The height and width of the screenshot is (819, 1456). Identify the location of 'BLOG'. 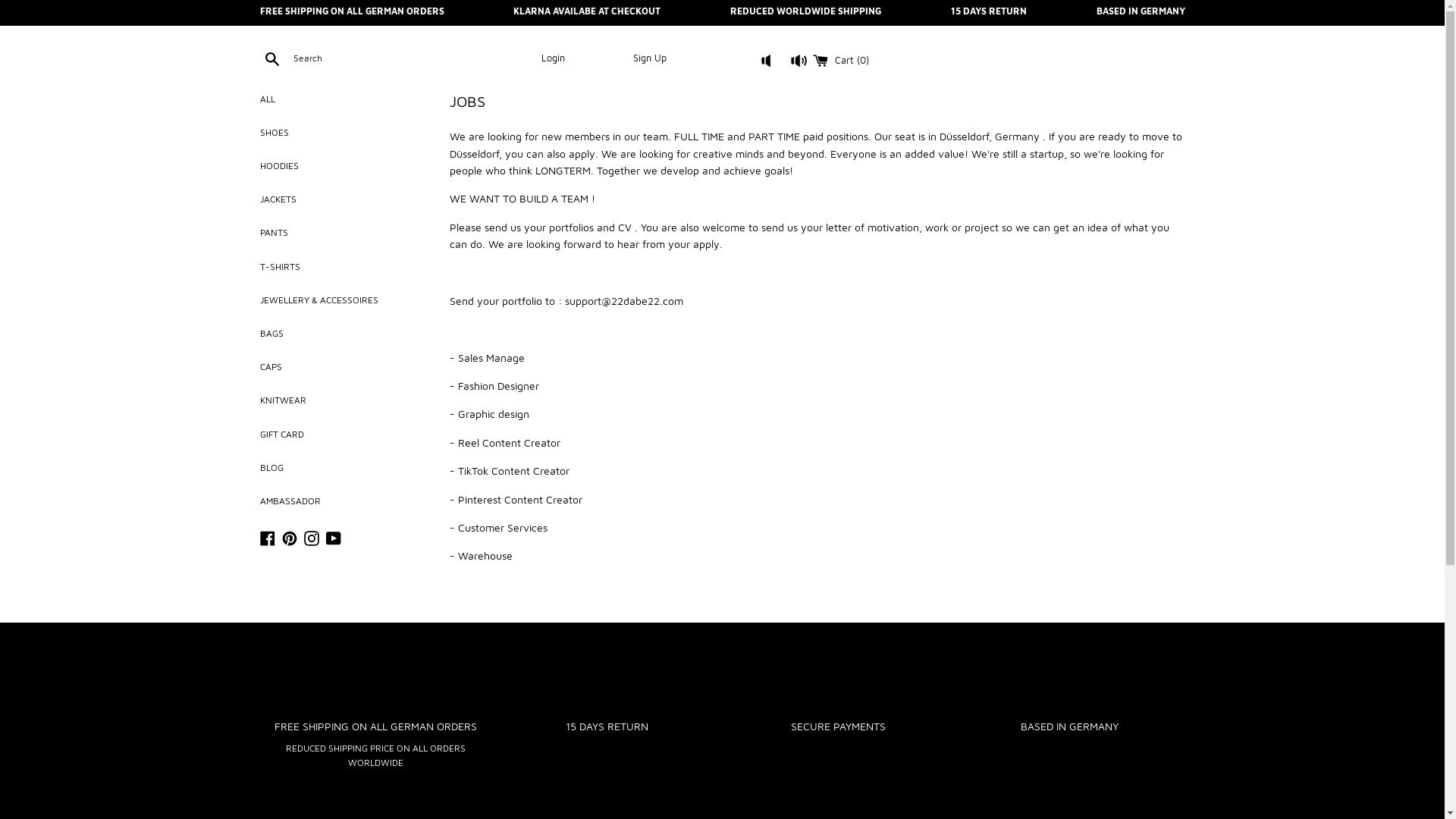
(259, 466).